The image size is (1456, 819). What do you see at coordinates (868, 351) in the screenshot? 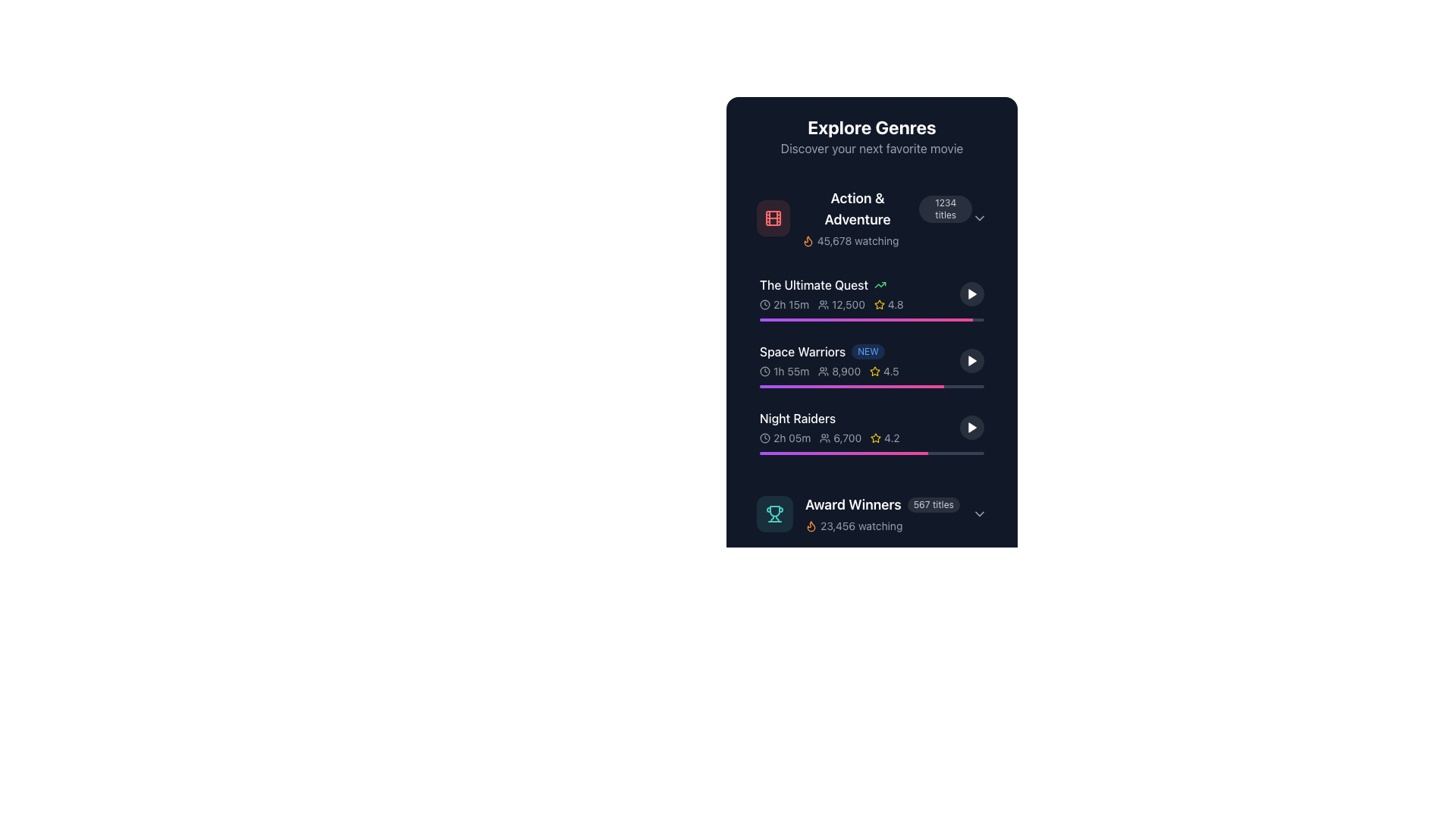
I see `badge indicating that 'Space Warriors' is newly added or featured, located to the right of the text within the second entry of the listing` at bounding box center [868, 351].